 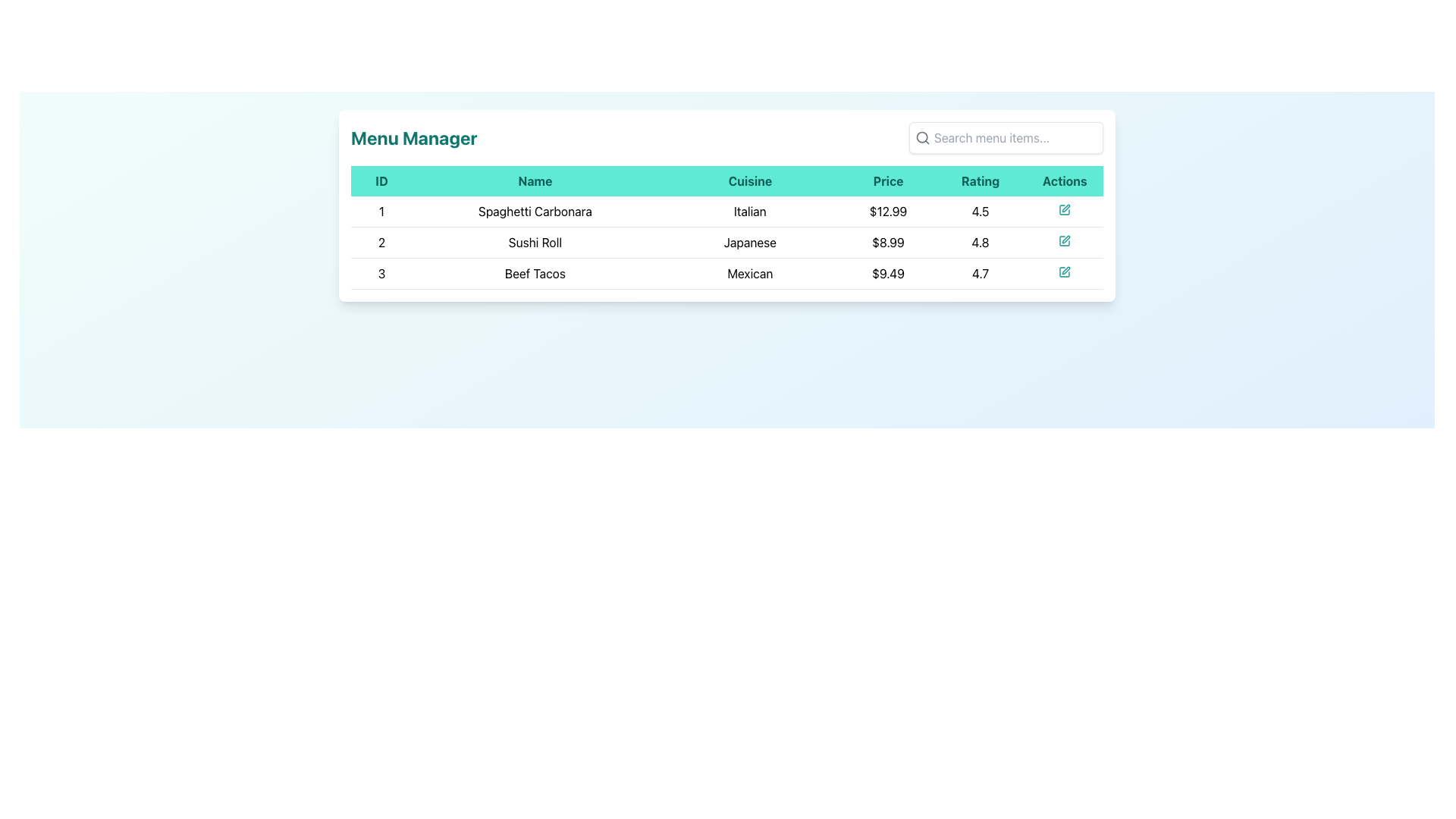 What do you see at coordinates (888, 180) in the screenshot?
I see `the 'Price' text label element which is a bold label in a header row with a teal background, positioned between 'Cuisine' and 'Rating'` at bounding box center [888, 180].